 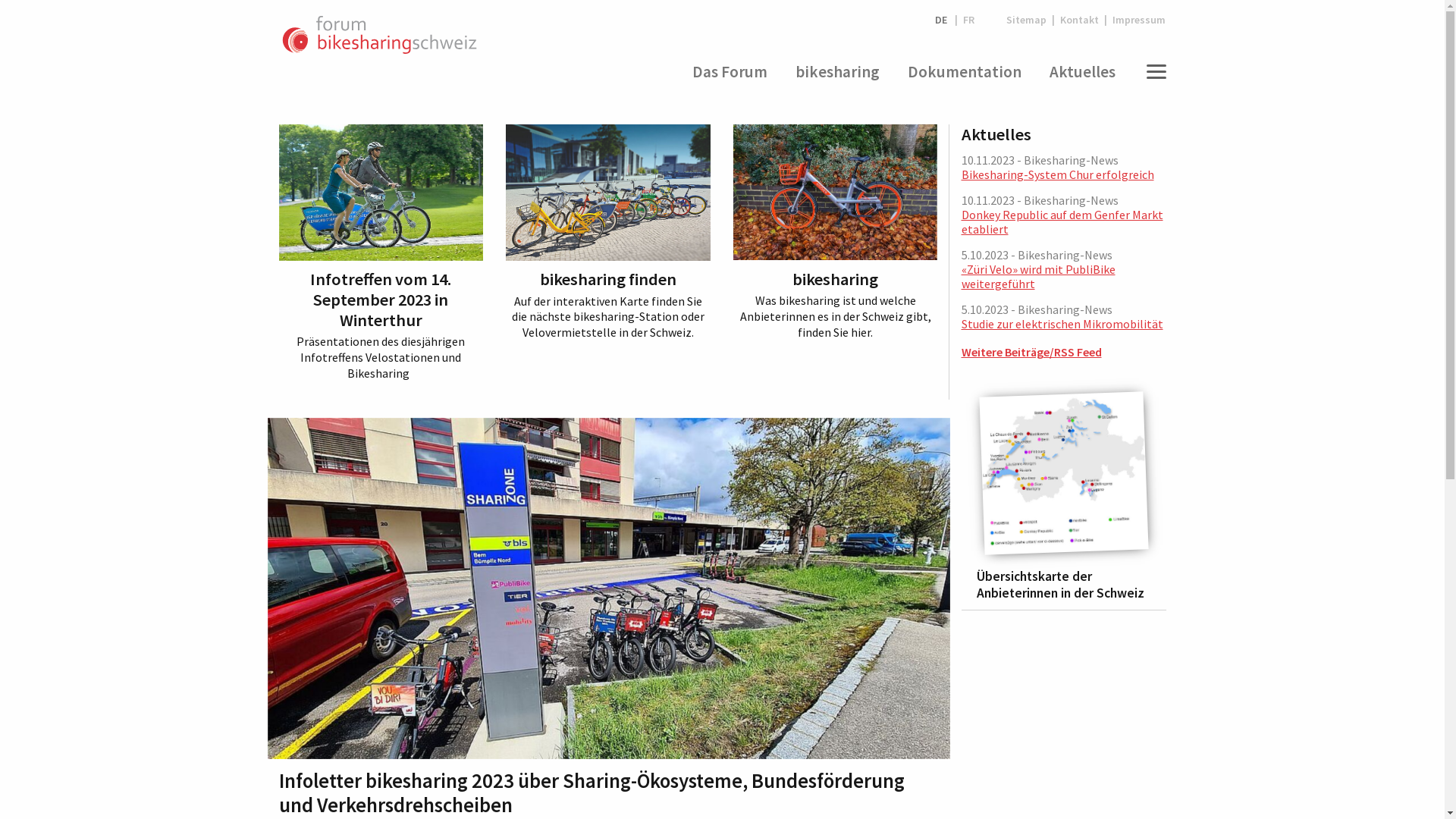 What do you see at coordinates (836, 72) in the screenshot?
I see `'bikesharing'` at bounding box center [836, 72].